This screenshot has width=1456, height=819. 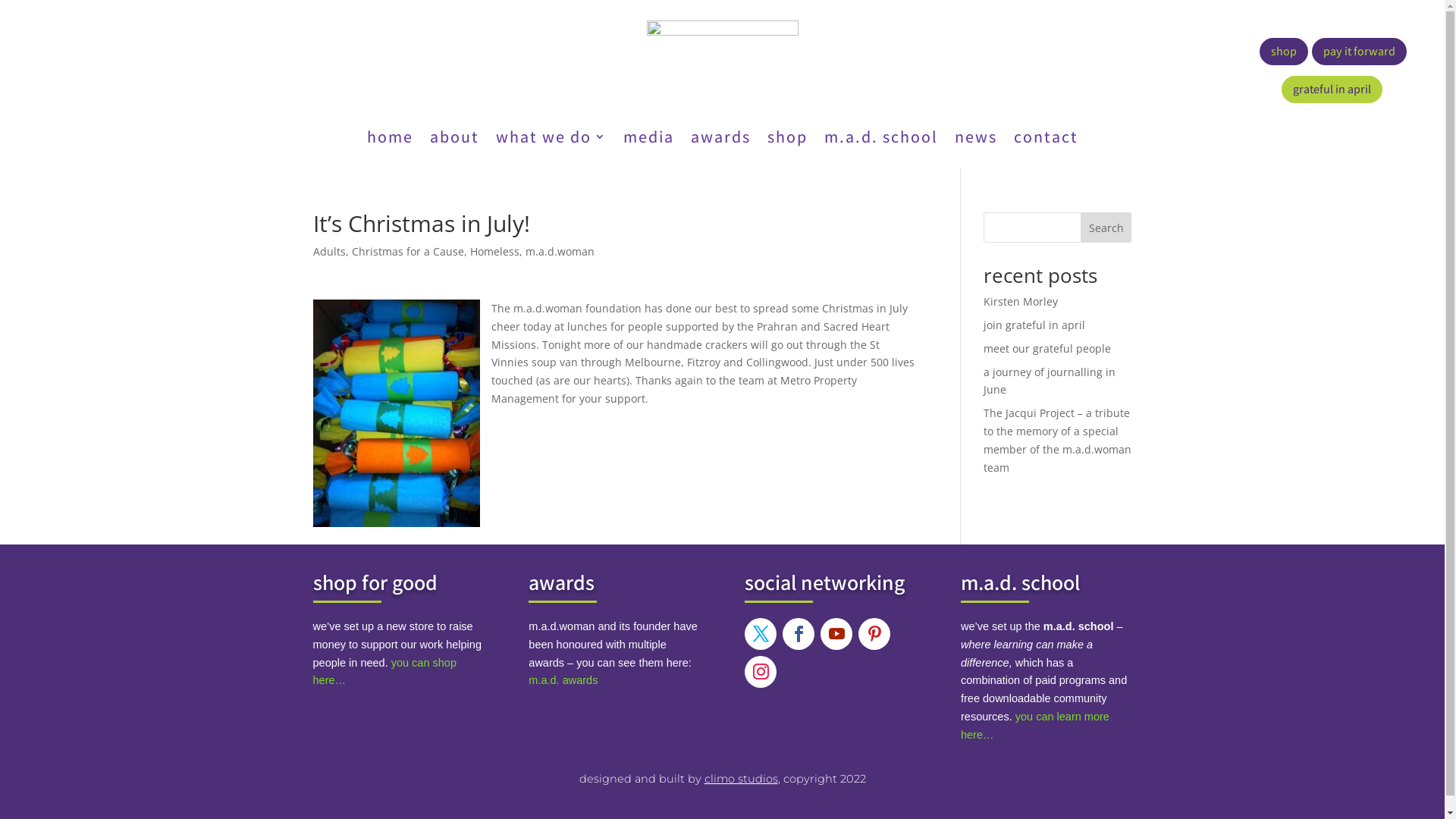 I want to click on 'what we do', so click(x=550, y=140).